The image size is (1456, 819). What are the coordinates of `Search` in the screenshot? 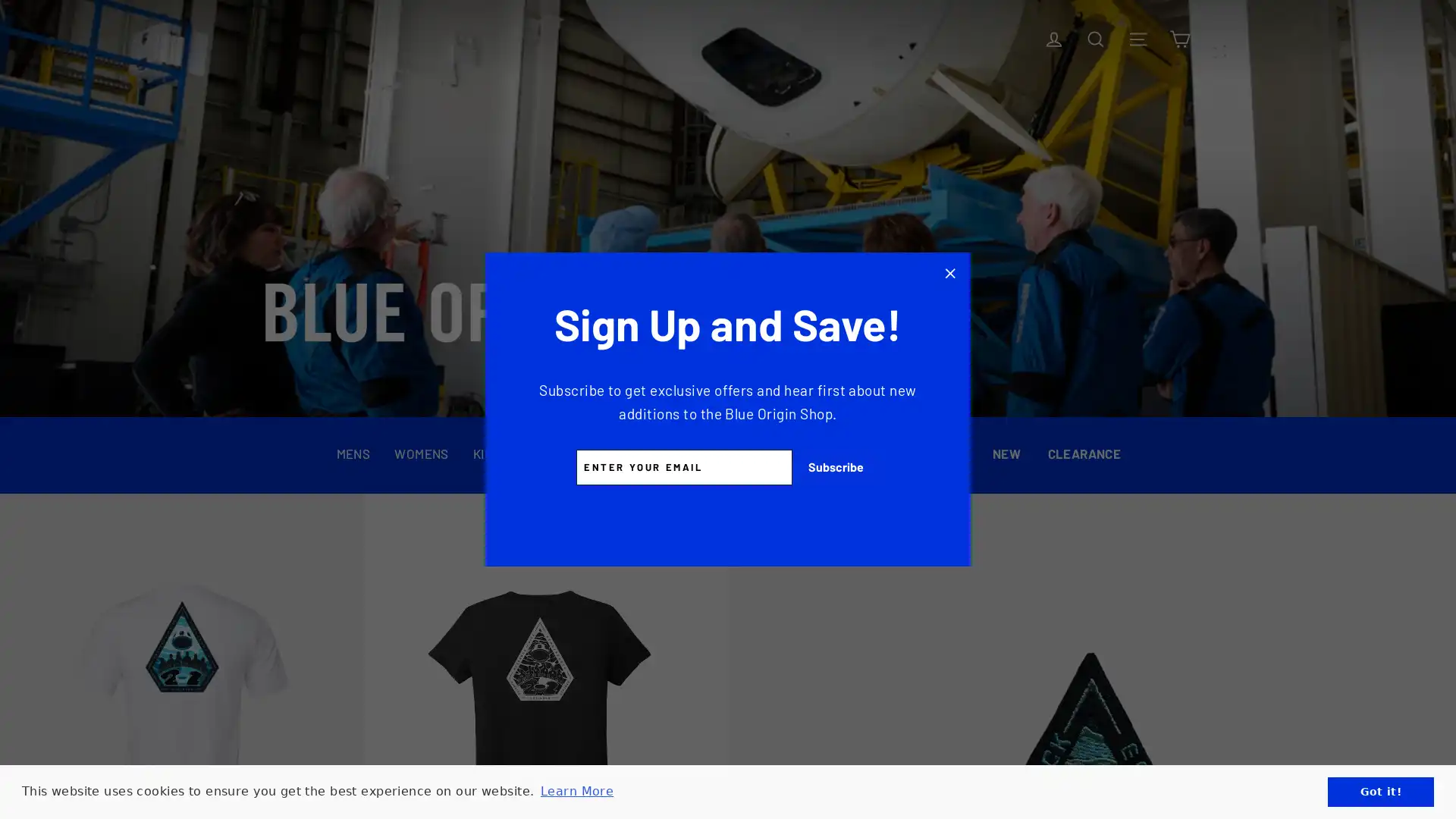 It's located at (1095, 38).